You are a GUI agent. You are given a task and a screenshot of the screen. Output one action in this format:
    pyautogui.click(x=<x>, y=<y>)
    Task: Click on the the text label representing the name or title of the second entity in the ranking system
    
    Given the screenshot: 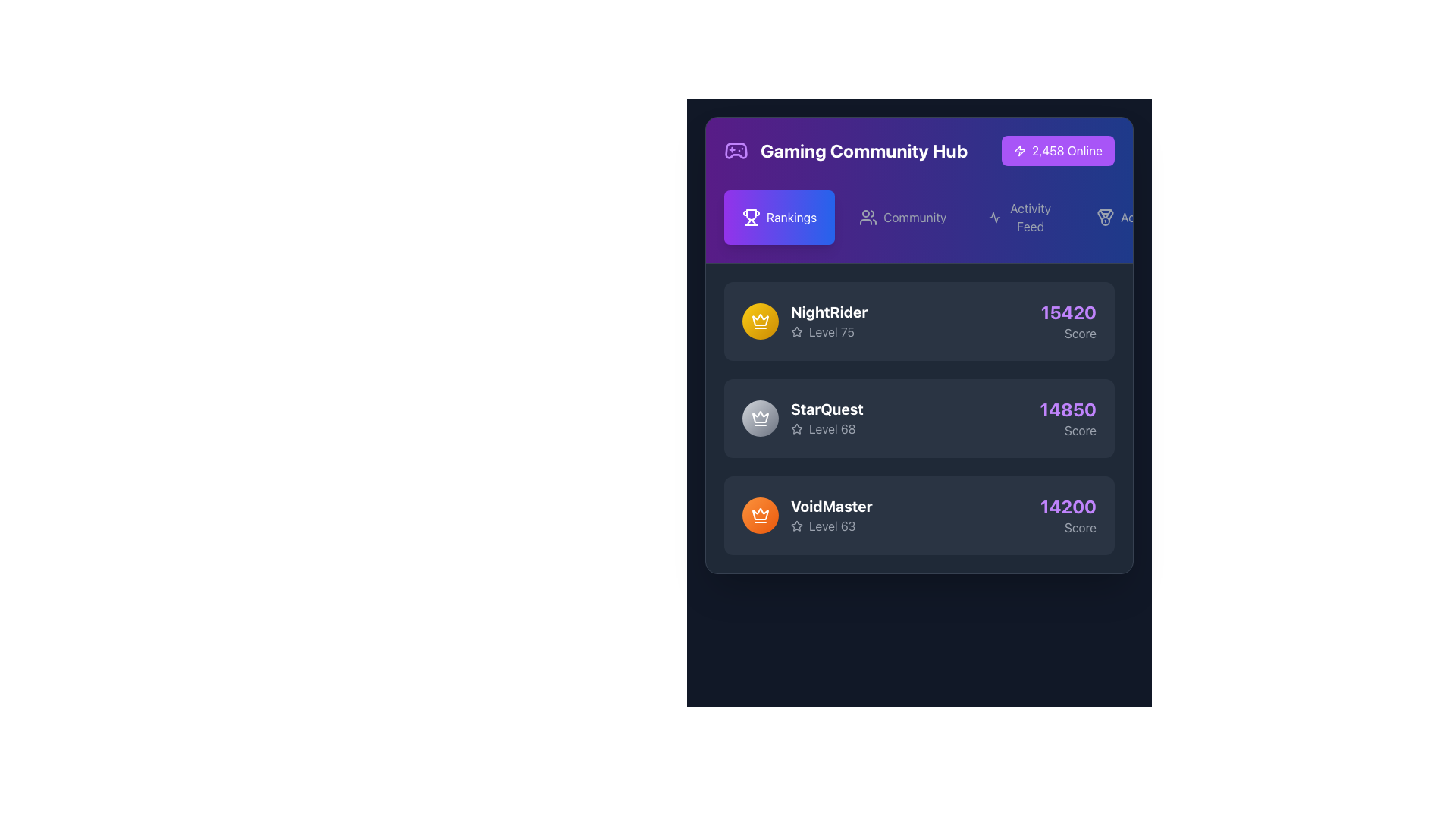 What is the action you would take?
    pyautogui.click(x=826, y=409)
    